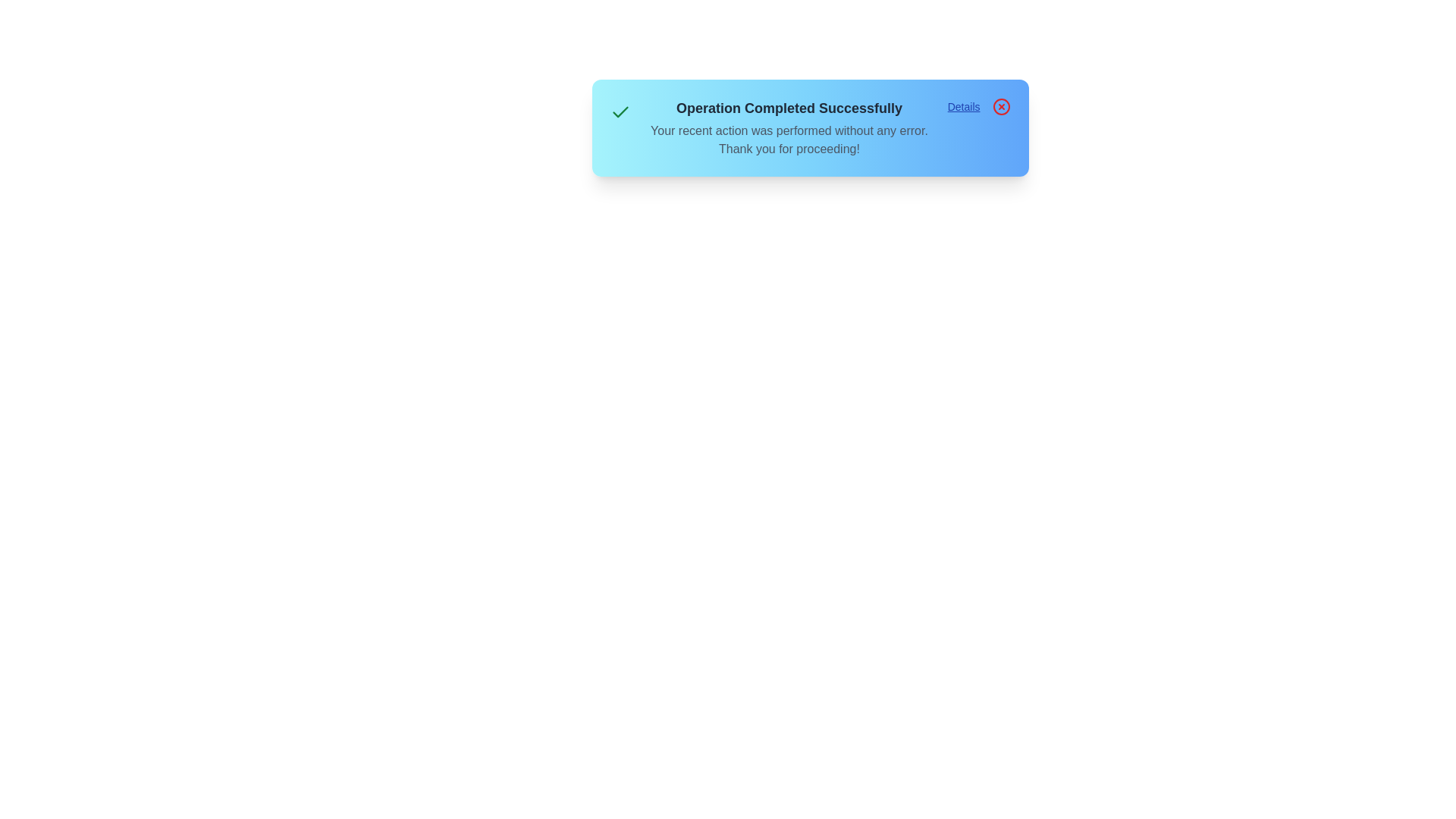 The image size is (1456, 819). I want to click on the alert text for copying, so click(643, 97).